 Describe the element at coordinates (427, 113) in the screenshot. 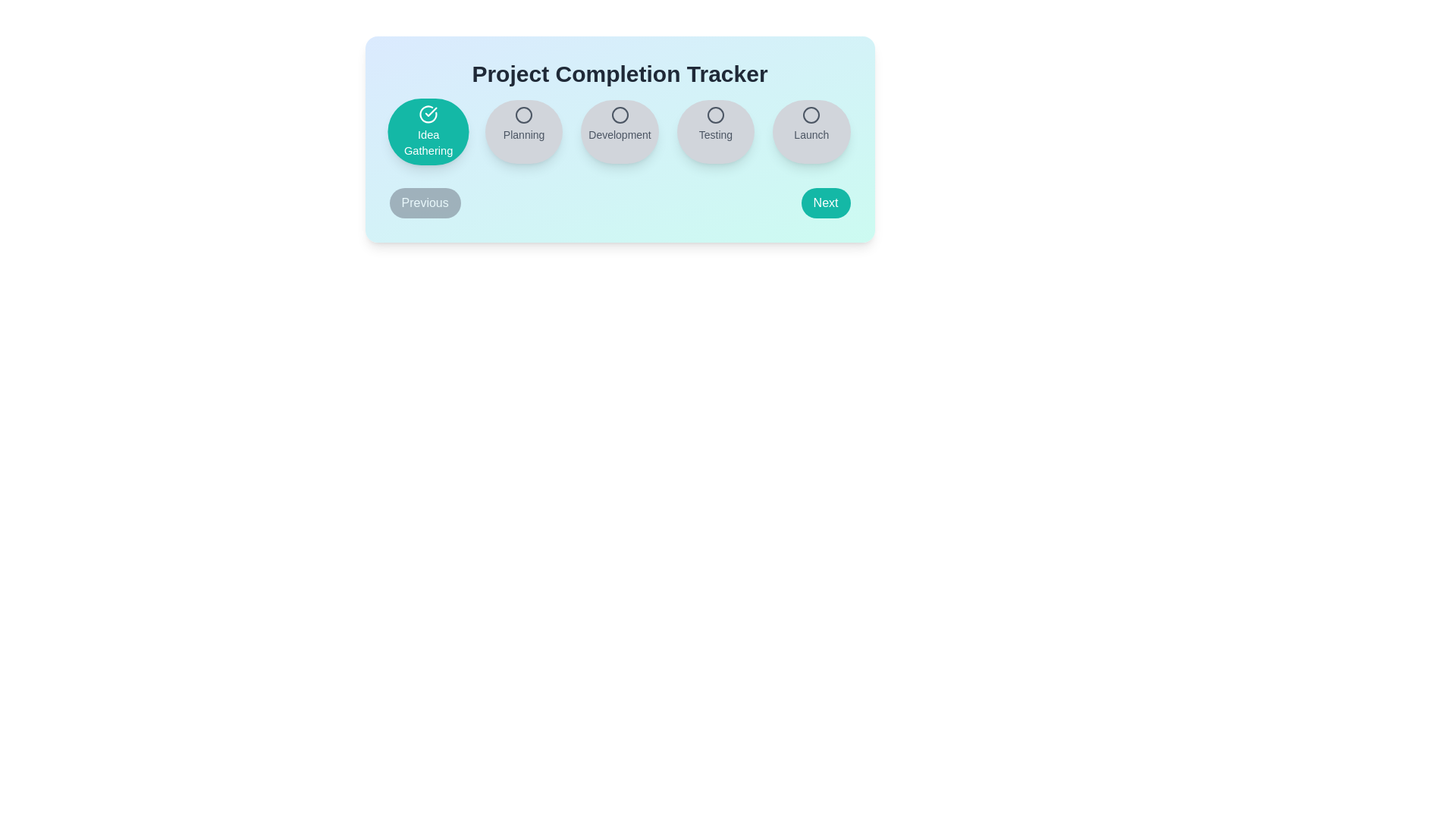

I see `the circular icon with a checkmark symbol, which is located above the text 'Idea Gathering' in the teal-colored circular background within the stepper layout` at that location.